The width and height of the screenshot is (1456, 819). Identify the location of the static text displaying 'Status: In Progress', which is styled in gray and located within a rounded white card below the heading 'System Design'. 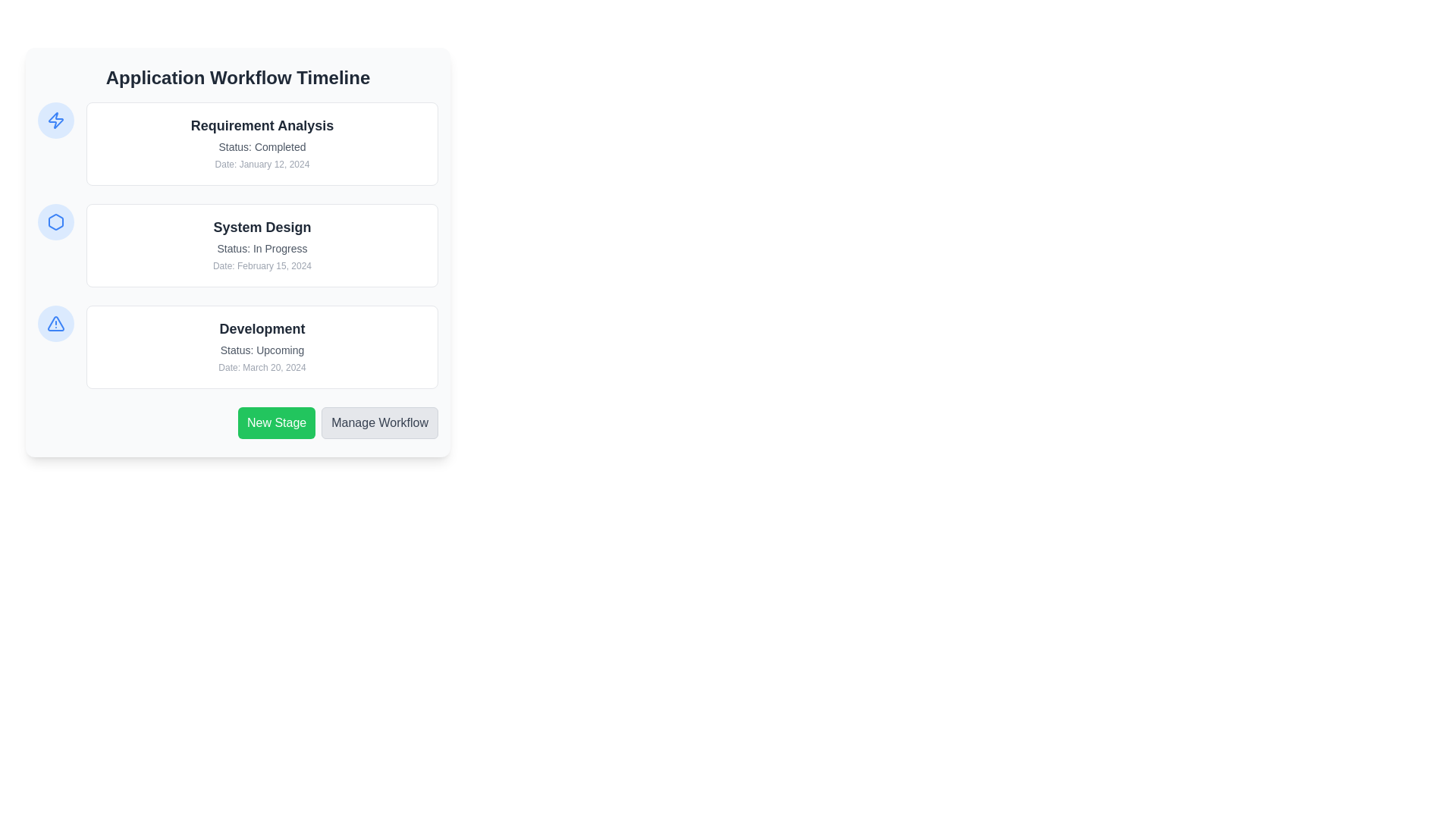
(262, 247).